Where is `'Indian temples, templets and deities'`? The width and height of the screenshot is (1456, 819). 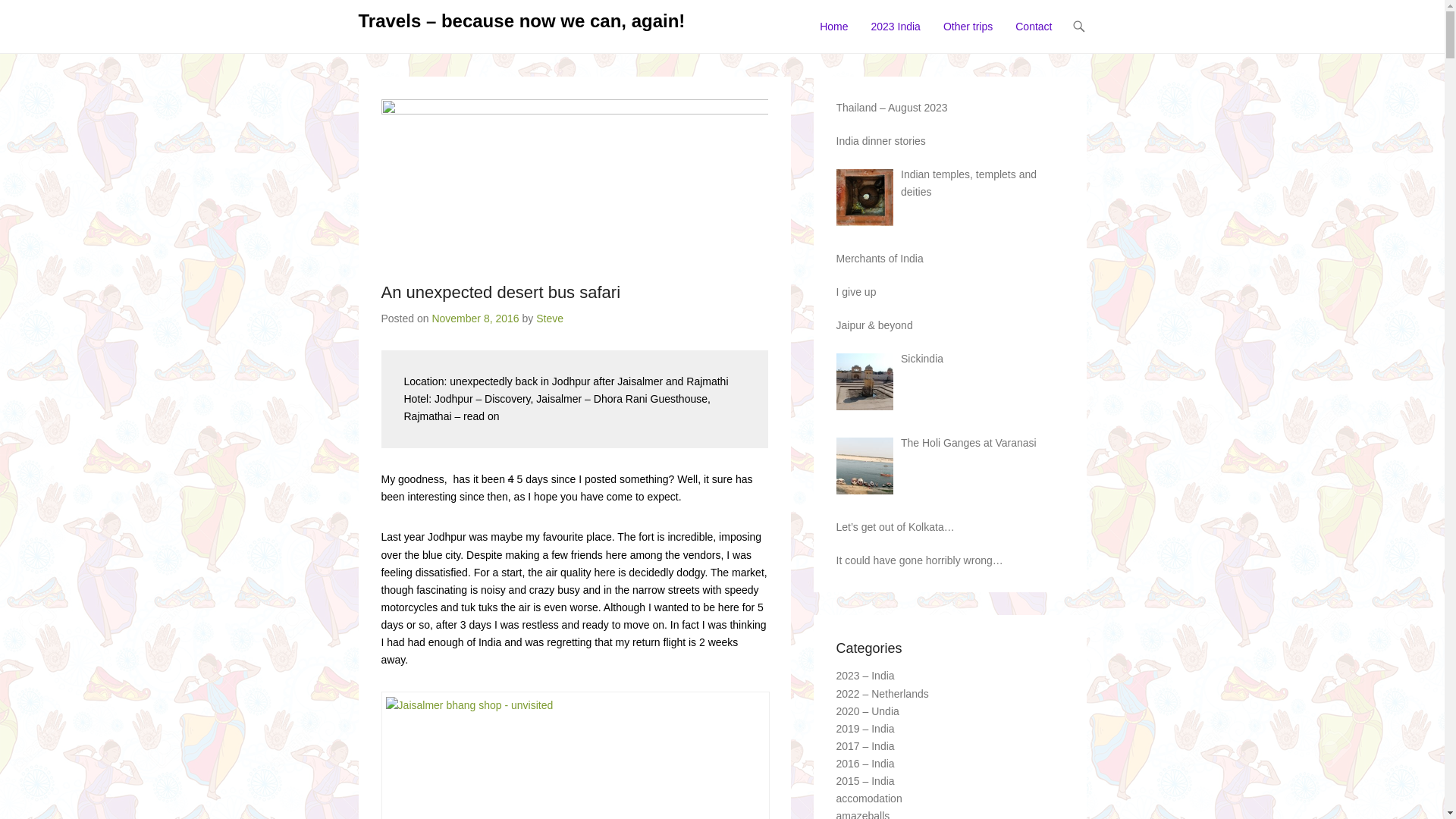 'Indian temples, templets and deities' is located at coordinates (901, 182).